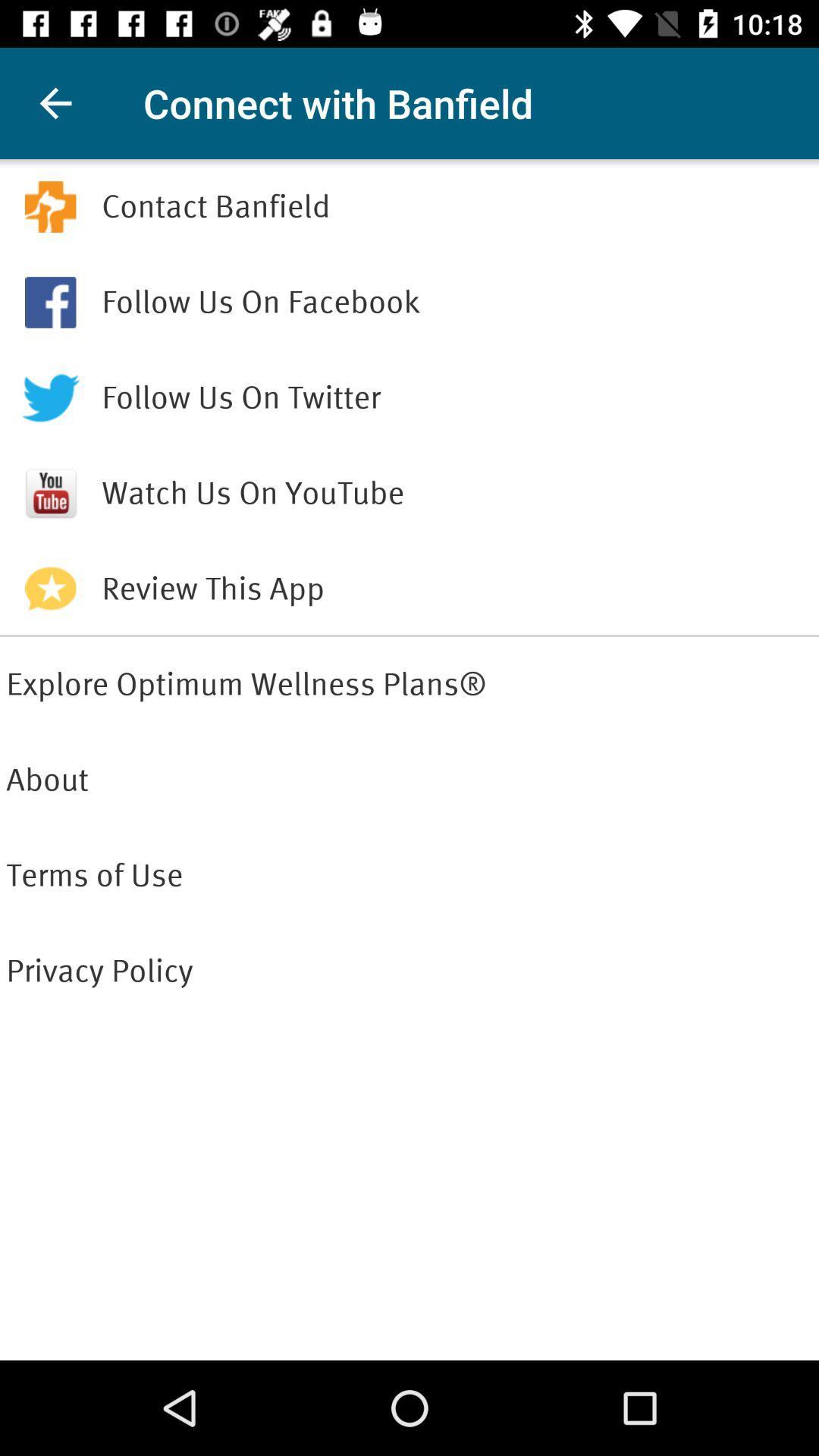  What do you see at coordinates (55, 102) in the screenshot?
I see `icon to the left of connect with banfield icon` at bounding box center [55, 102].